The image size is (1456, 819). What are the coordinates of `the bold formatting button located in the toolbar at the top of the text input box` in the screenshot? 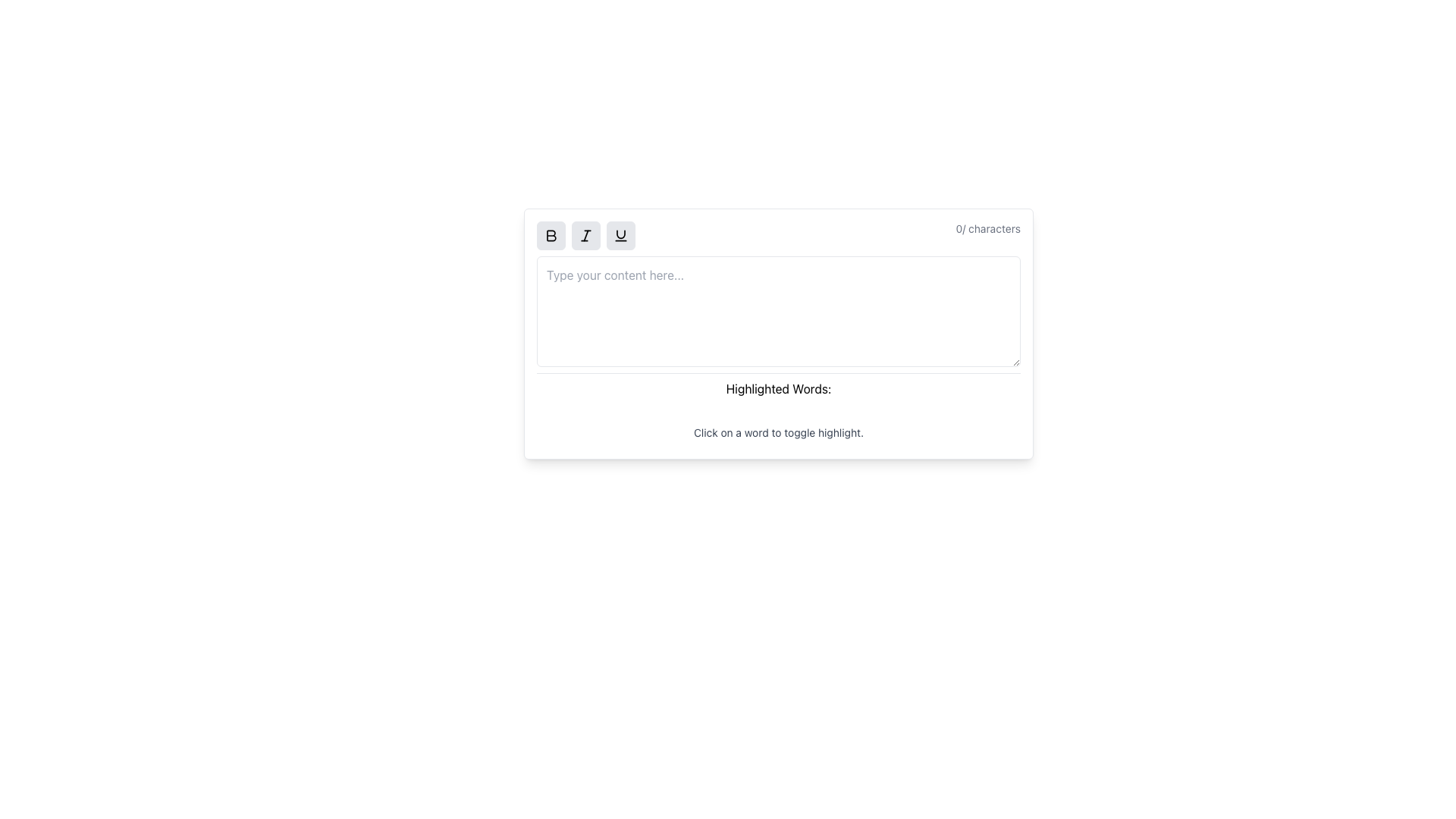 It's located at (550, 236).